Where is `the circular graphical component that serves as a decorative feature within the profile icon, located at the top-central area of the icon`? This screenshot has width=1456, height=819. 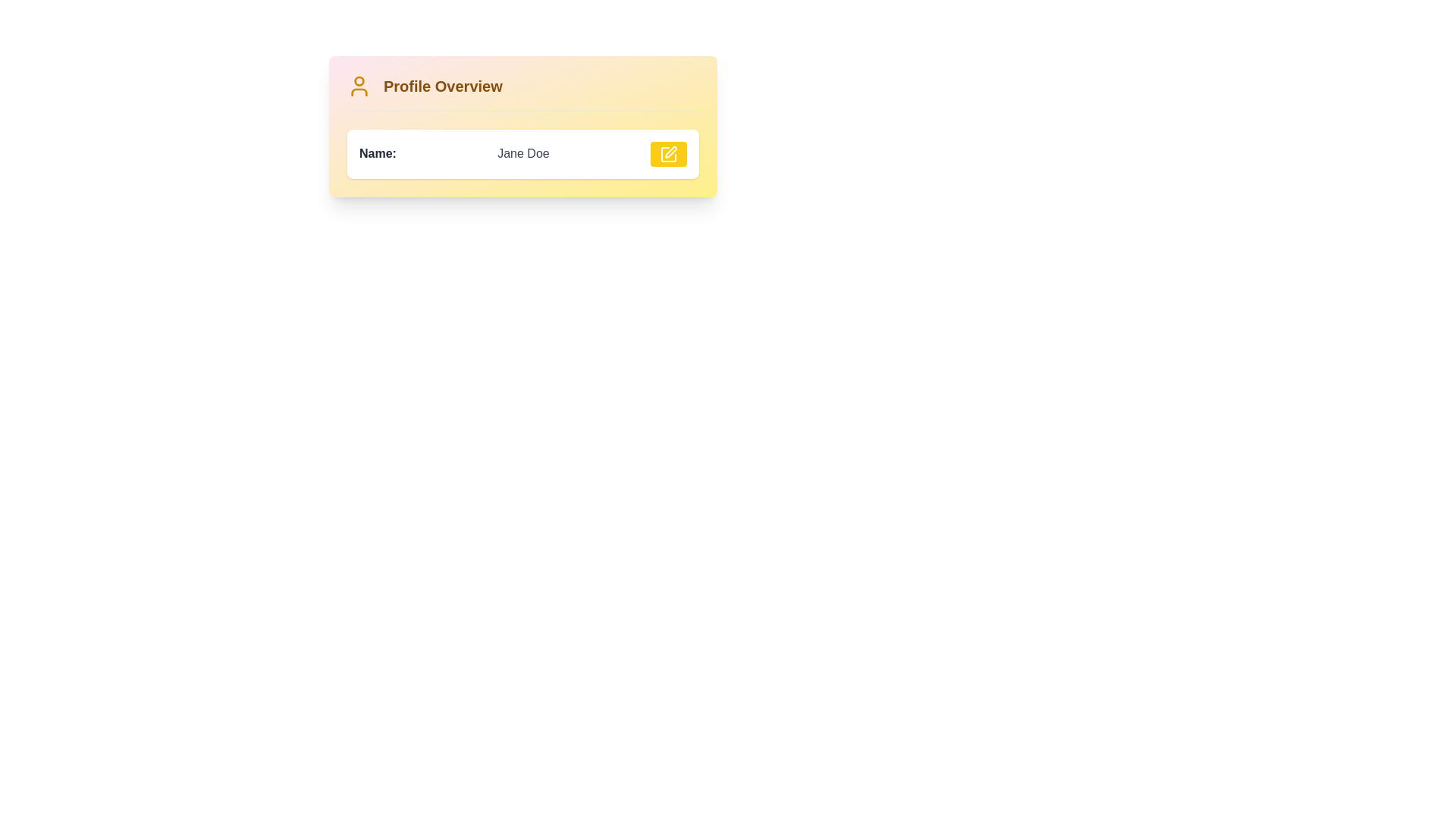 the circular graphical component that serves as a decorative feature within the profile icon, located at the top-central area of the icon is located at coordinates (359, 81).